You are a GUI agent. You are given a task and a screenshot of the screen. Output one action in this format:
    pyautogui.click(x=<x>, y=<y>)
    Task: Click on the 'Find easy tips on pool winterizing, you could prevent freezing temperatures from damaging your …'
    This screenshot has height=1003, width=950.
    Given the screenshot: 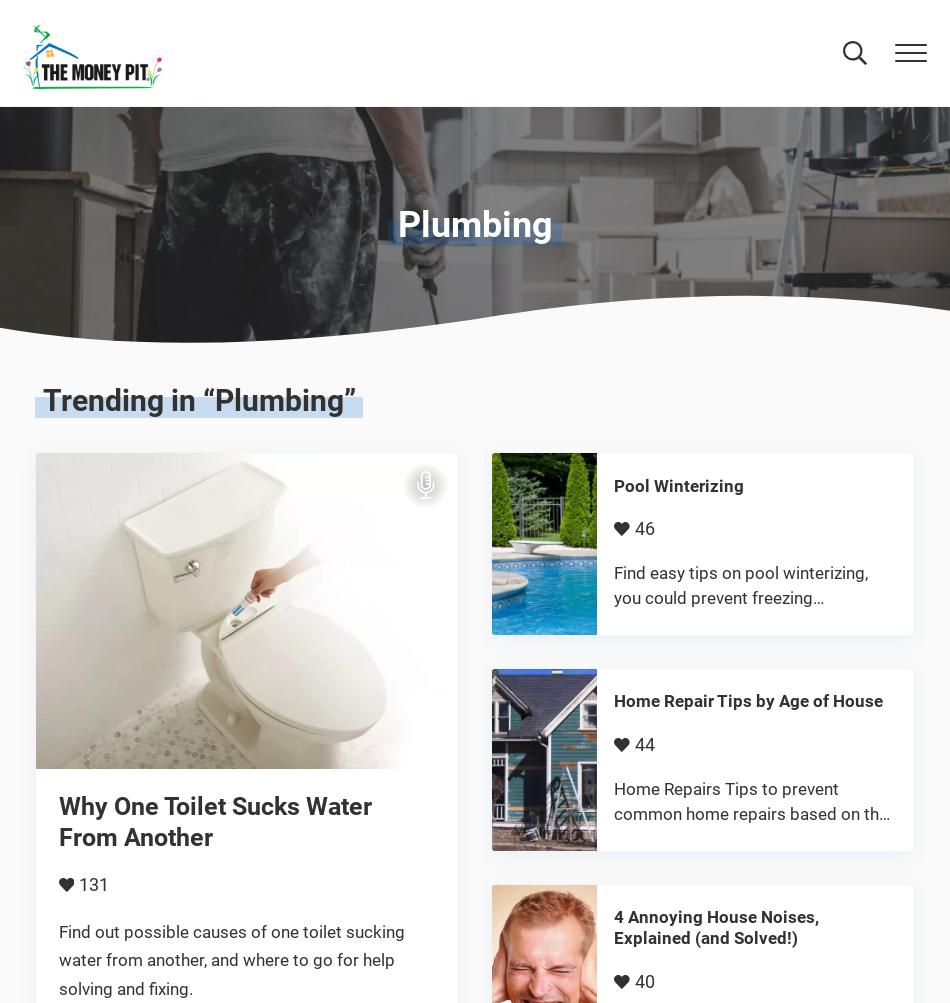 What is the action you would take?
    pyautogui.click(x=751, y=597)
    